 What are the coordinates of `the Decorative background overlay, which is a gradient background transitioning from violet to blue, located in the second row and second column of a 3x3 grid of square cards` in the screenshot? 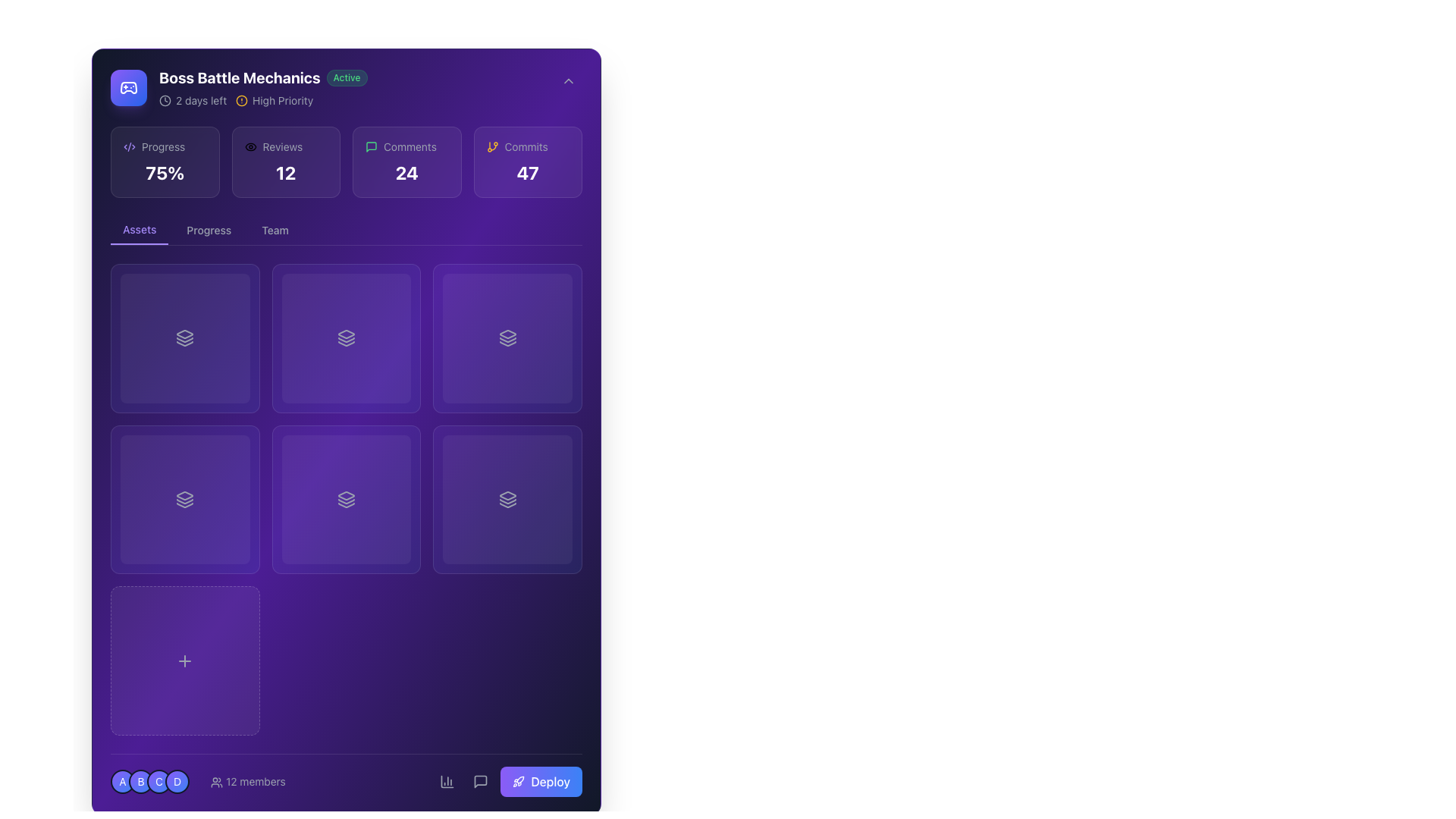 It's located at (345, 337).